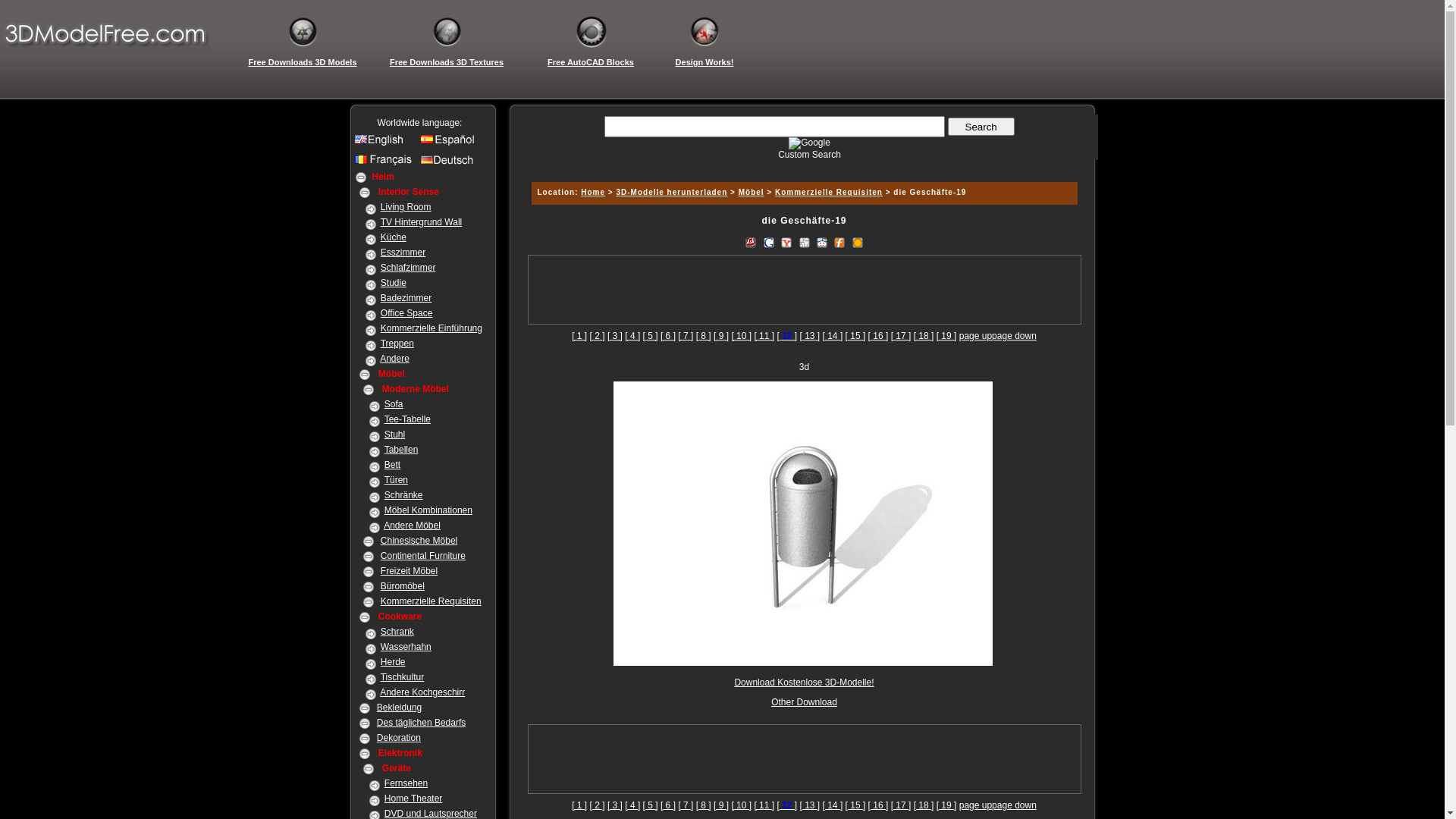  What do you see at coordinates (394, 435) in the screenshot?
I see `'Stuhl'` at bounding box center [394, 435].